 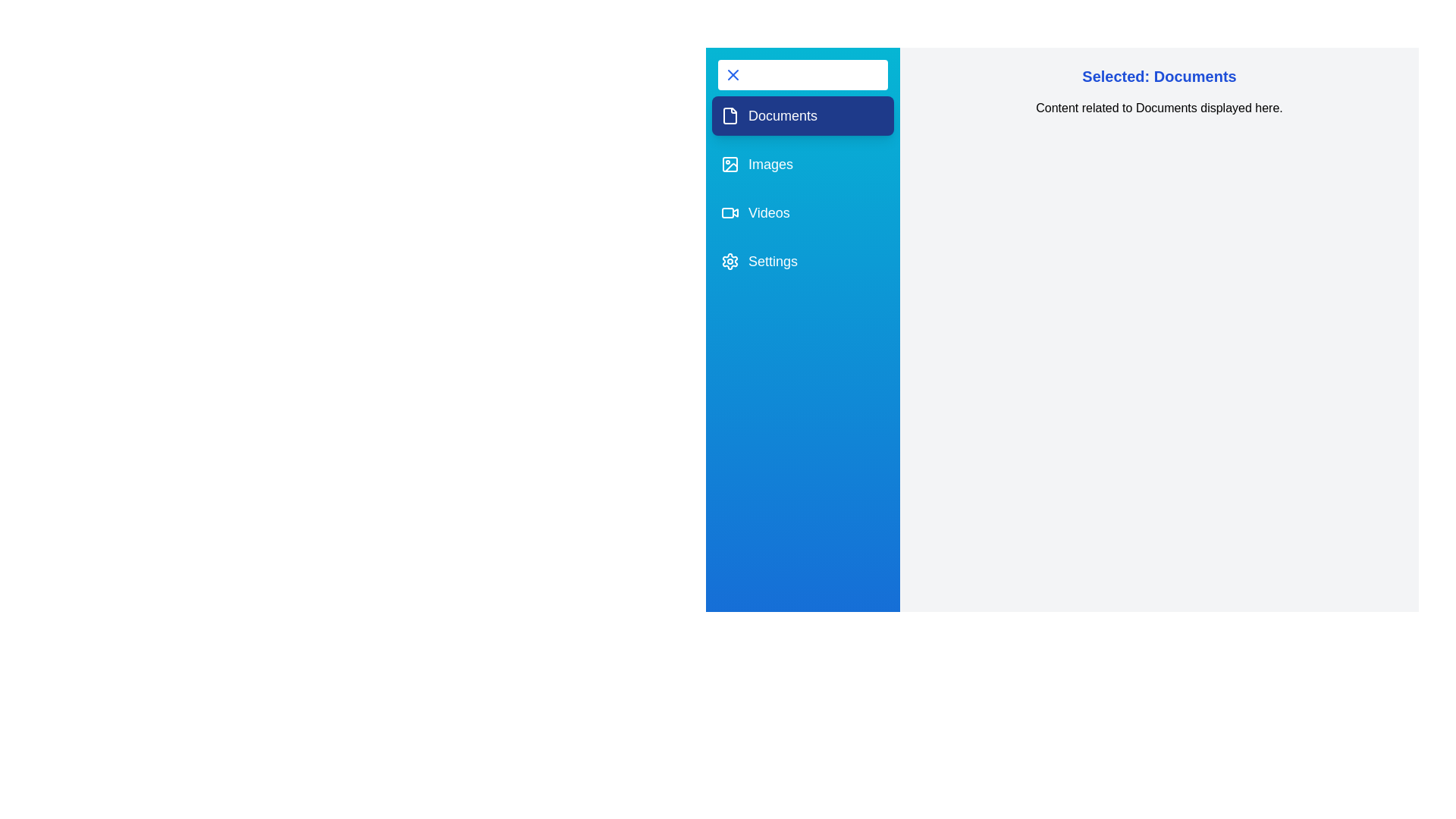 I want to click on the tab Settings from the MultimediaDrawer component, so click(x=802, y=260).